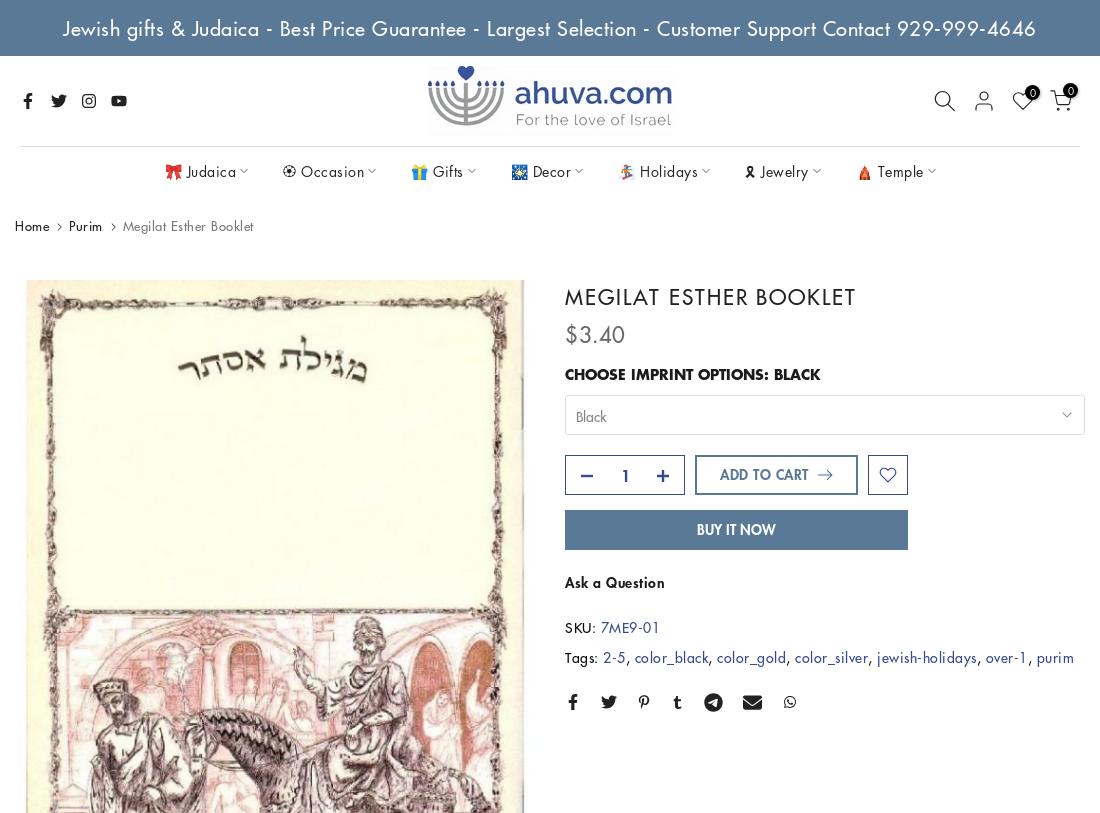  What do you see at coordinates (563, 373) in the screenshot?
I see `'Choose Imprint Options:'` at bounding box center [563, 373].